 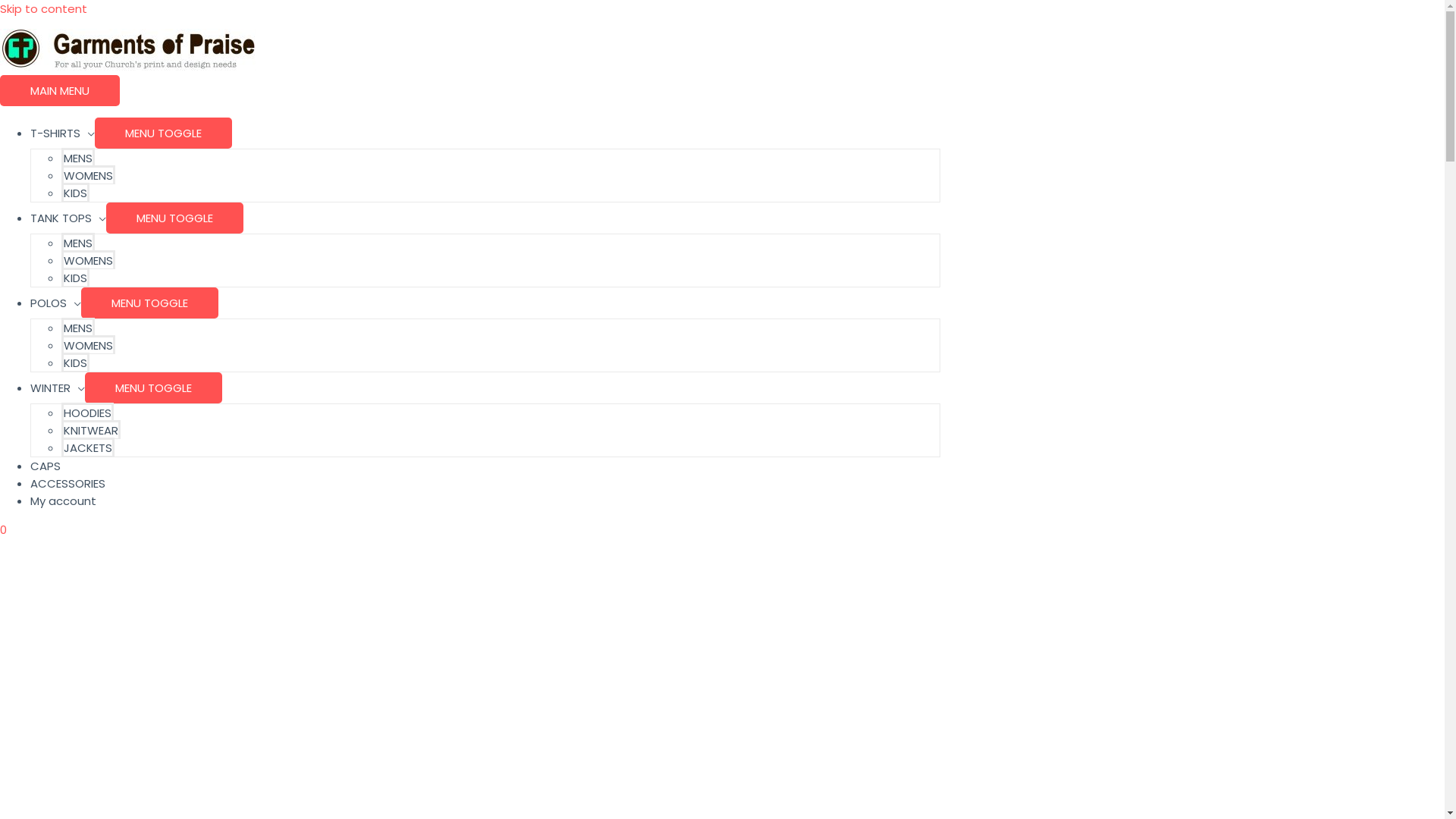 What do you see at coordinates (55, 303) in the screenshot?
I see `'POLOS'` at bounding box center [55, 303].